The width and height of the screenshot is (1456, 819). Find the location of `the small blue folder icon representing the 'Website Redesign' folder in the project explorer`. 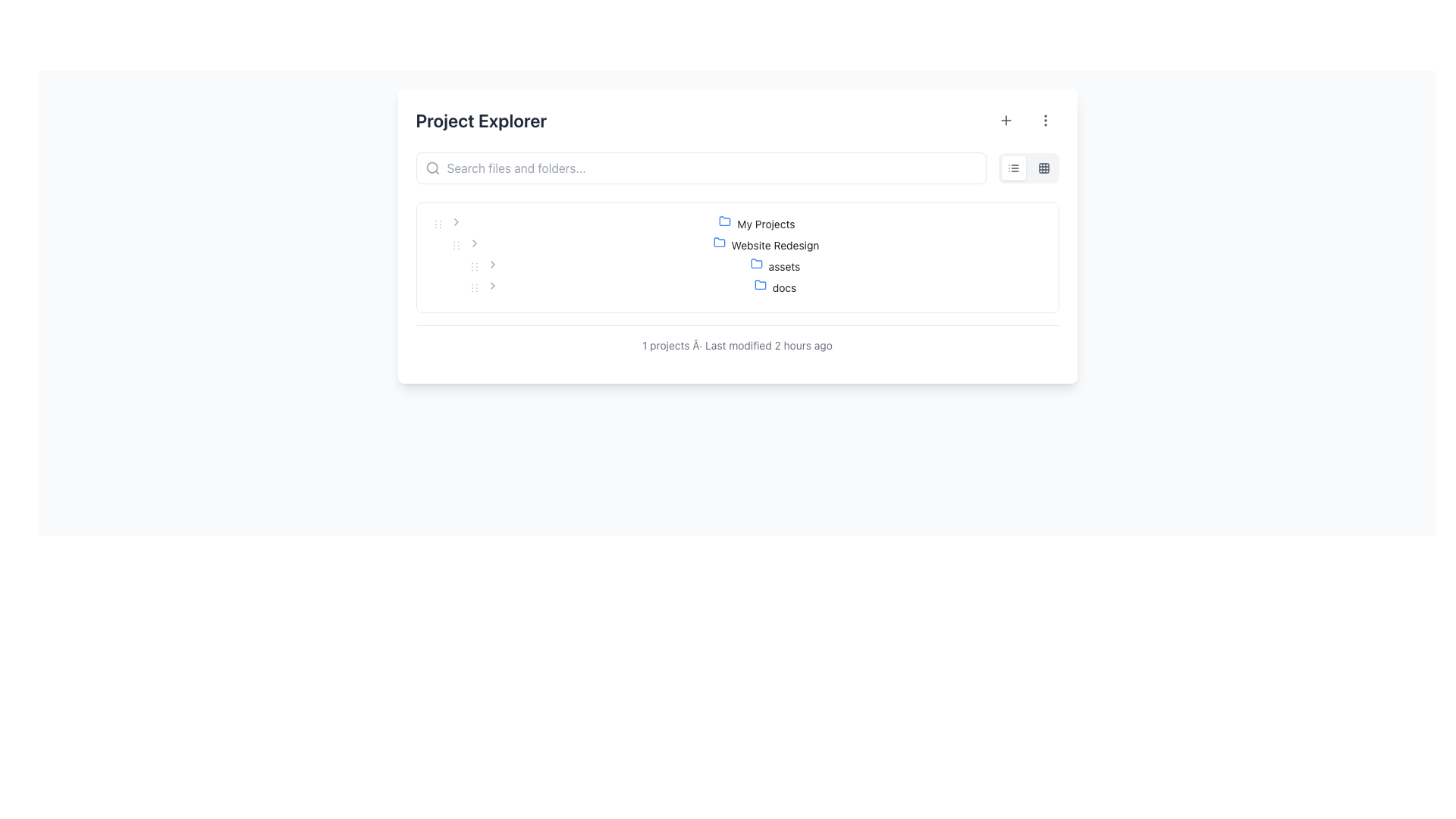

the small blue folder icon representing the 'Website Redesign' folder in the project explorer is located at coordinates (718, 242).